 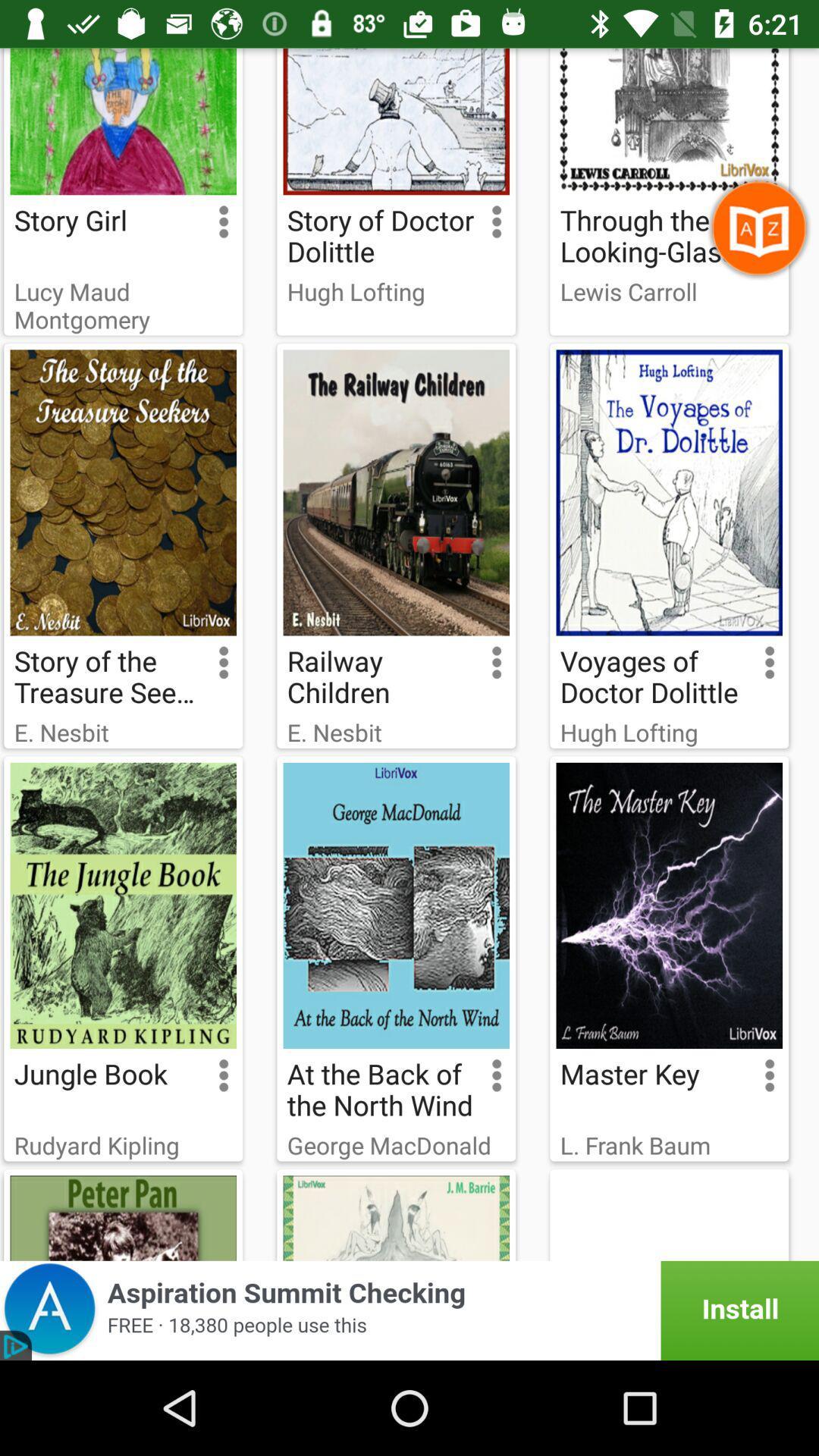 I want to click on the option button which is righht hand side of railway children, so click(x=465, y=671).